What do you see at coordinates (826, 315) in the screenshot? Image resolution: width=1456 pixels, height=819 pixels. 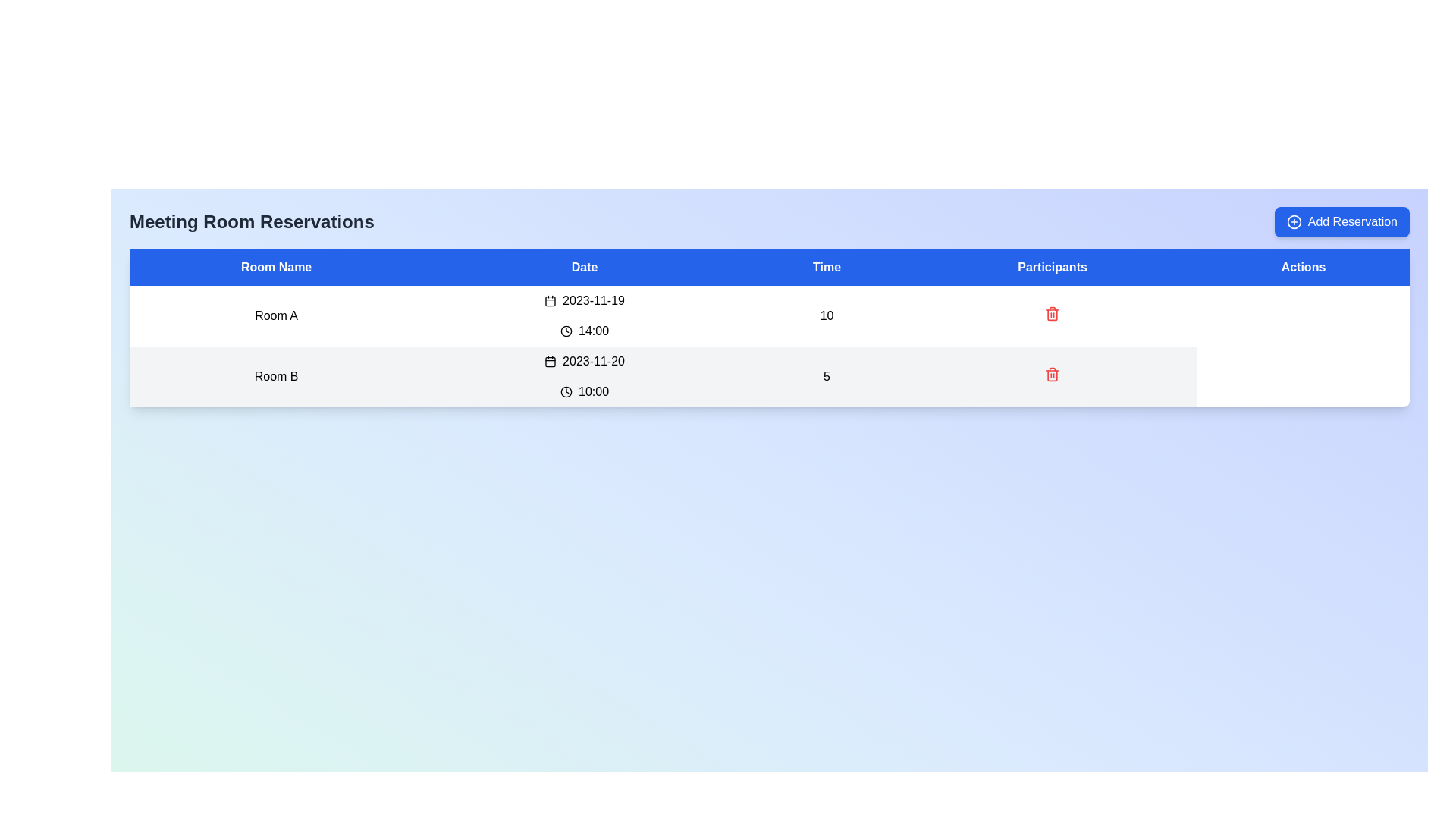 I see `the Text Label displaying the numerical value '10' in the 'Participants' column of the first row for 'Room A'` at bounding box center [826, 315].